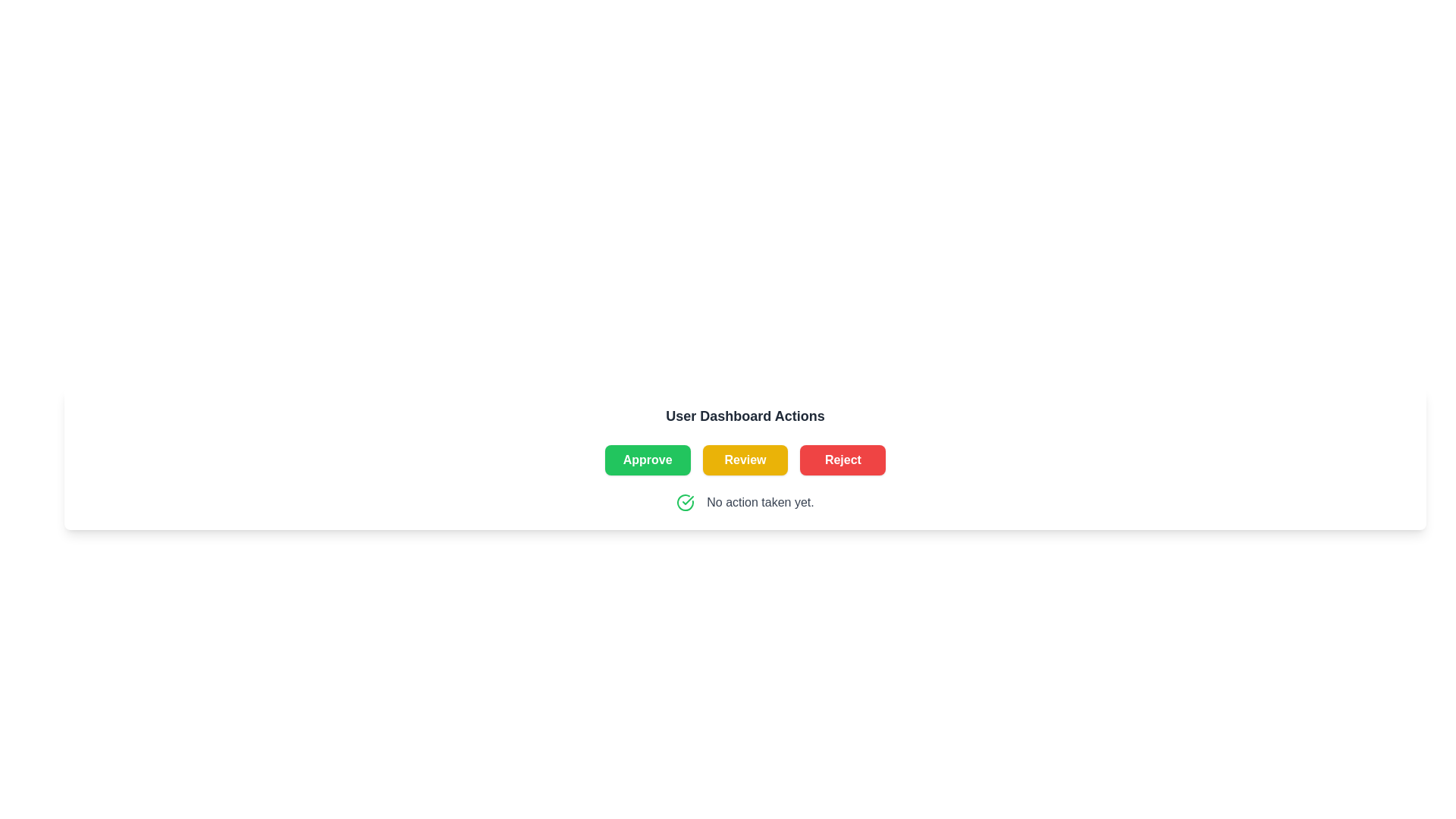 The image size is (1456, 819). I want to click on the first button in a horizontal array of three buttons, located in the top left corner, so click(648, 459).